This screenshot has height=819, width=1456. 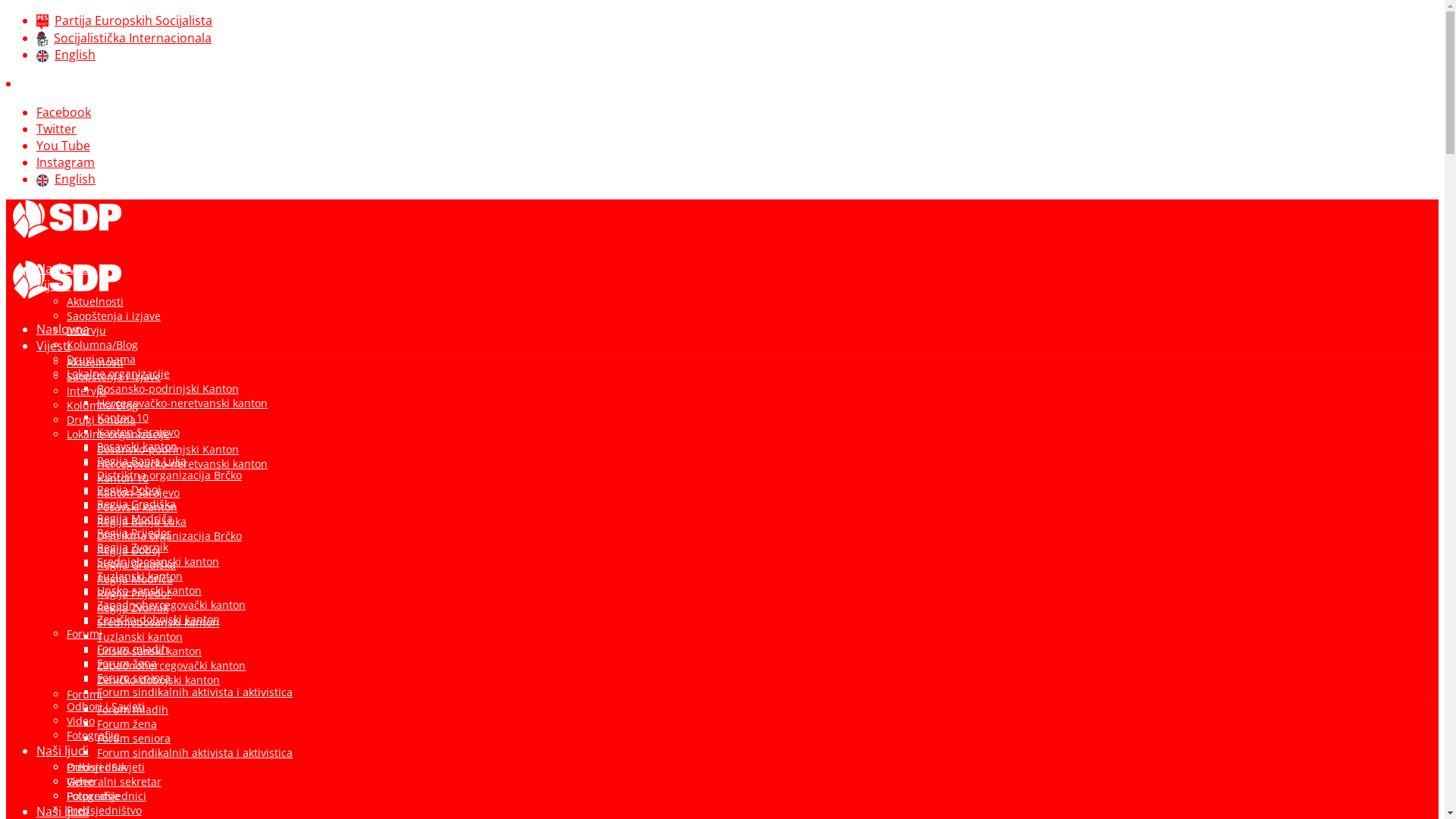 I want to click on 'Regija Banja Luka', so click(x=142, y=460).